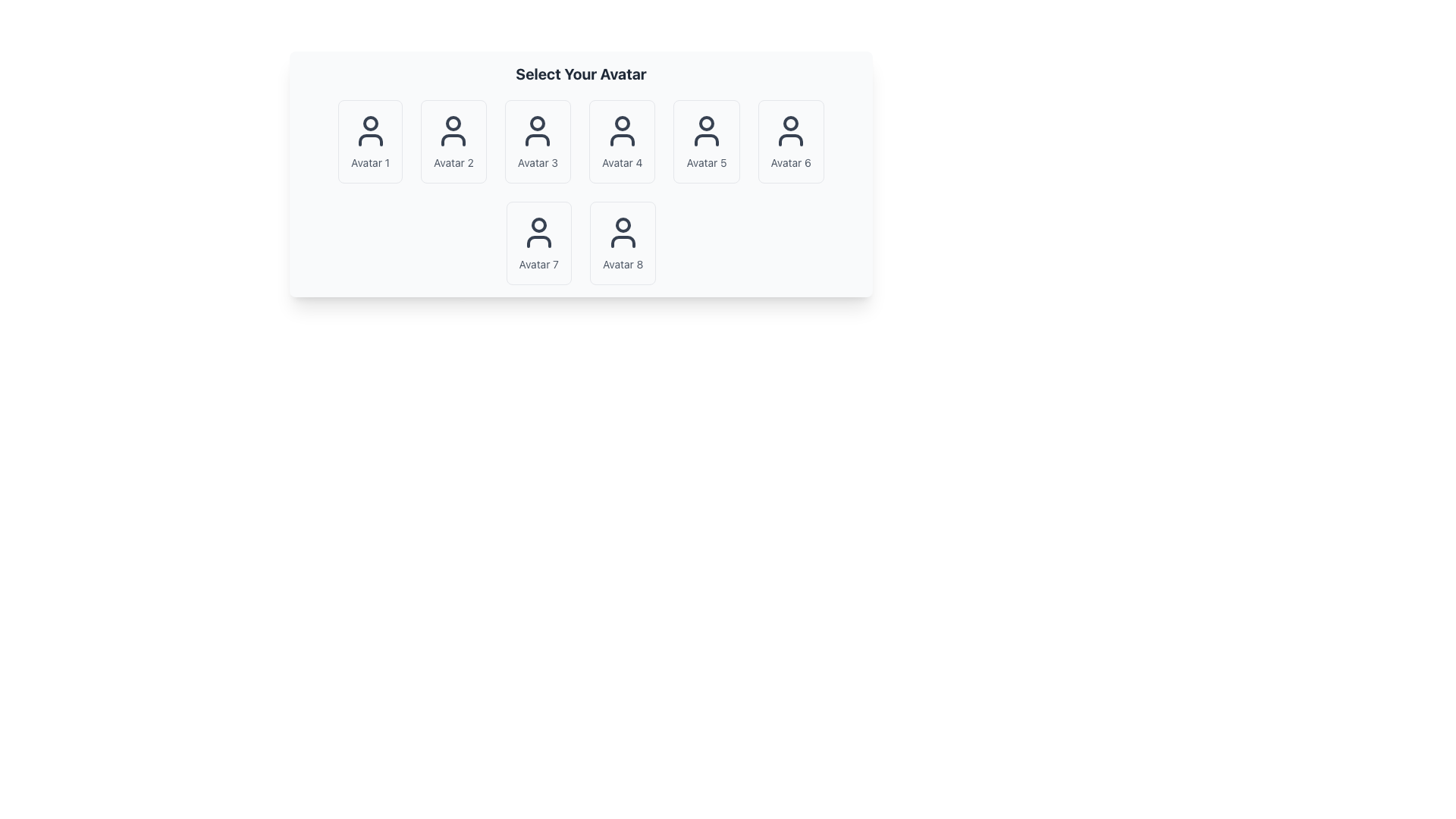  Describe the element at coordinates (538, 241) in the screenshot. I see `properties of the Icon Component located at the lower part of 'Avatar 7' in the avatar selection grid` at that location.